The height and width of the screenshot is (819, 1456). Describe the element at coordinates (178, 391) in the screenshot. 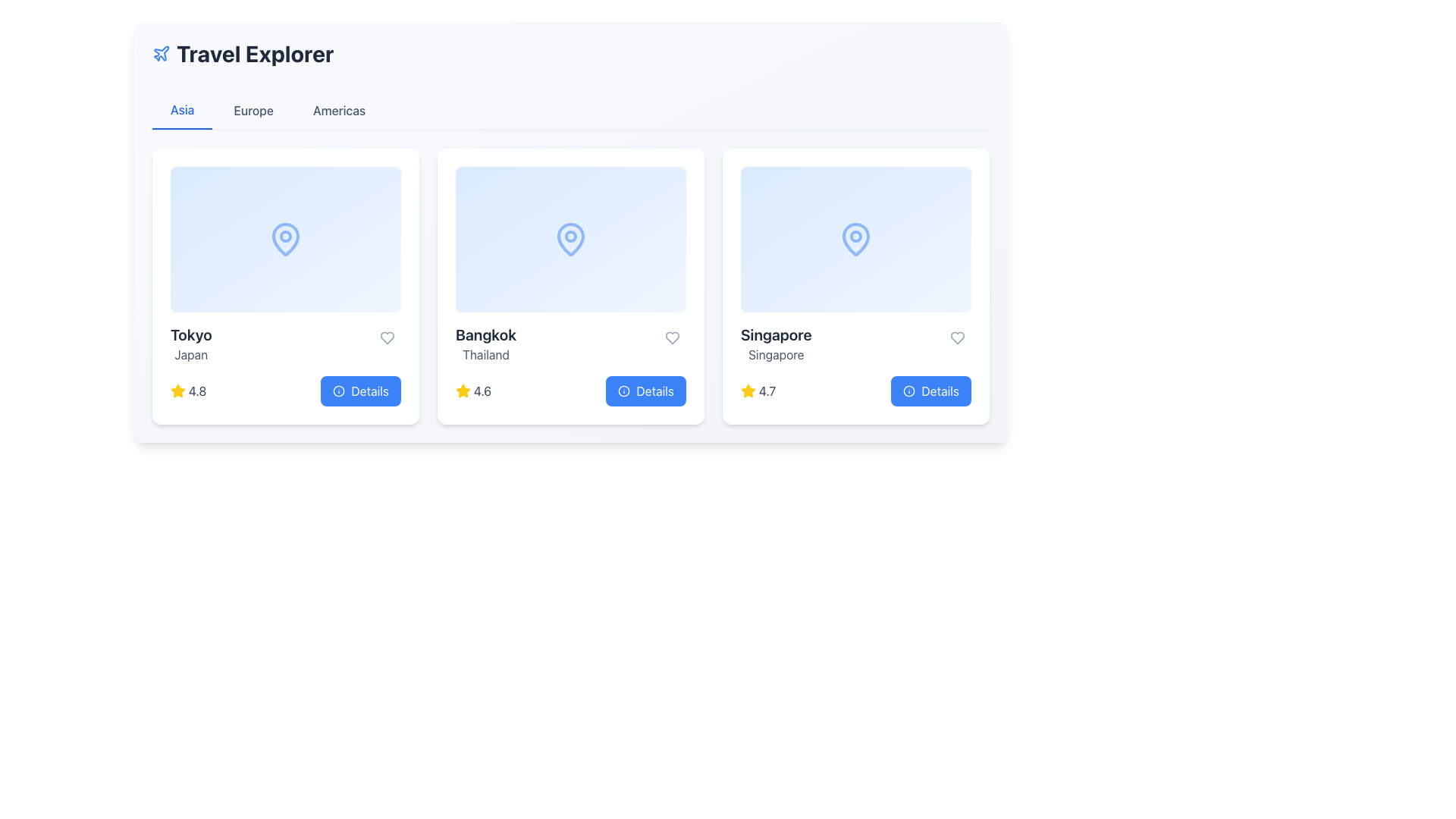

I see `the star icon that indicates a rating for 'Tokyo, Japan' located in the bottom-left corner of the card under the 'Asia' section` at that location.